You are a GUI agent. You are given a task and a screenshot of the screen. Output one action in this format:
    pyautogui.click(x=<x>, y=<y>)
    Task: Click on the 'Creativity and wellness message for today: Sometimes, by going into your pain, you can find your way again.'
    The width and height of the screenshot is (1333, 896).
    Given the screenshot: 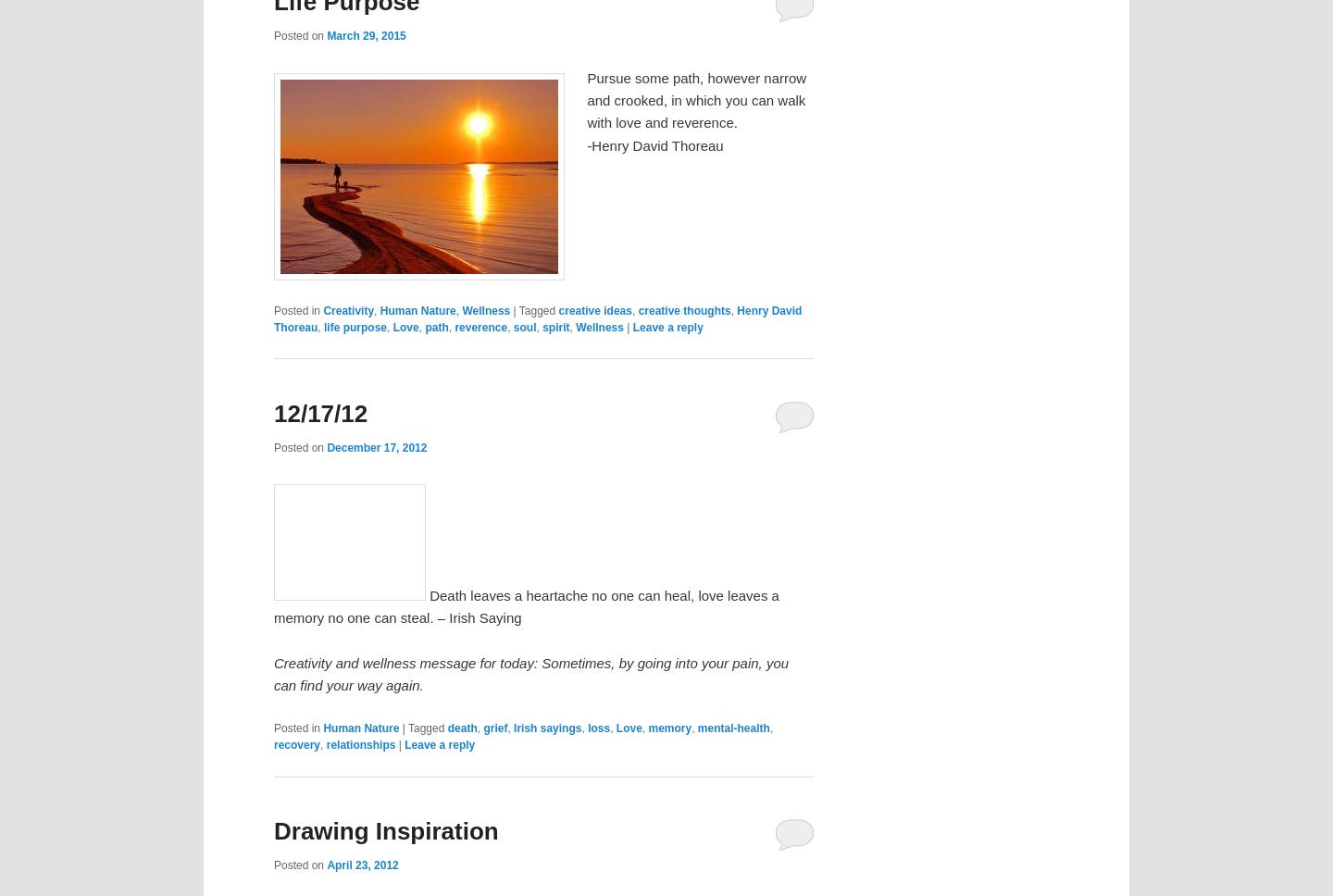 What is the action you would take?
    pyautogui.click(x=530, y=674)
    